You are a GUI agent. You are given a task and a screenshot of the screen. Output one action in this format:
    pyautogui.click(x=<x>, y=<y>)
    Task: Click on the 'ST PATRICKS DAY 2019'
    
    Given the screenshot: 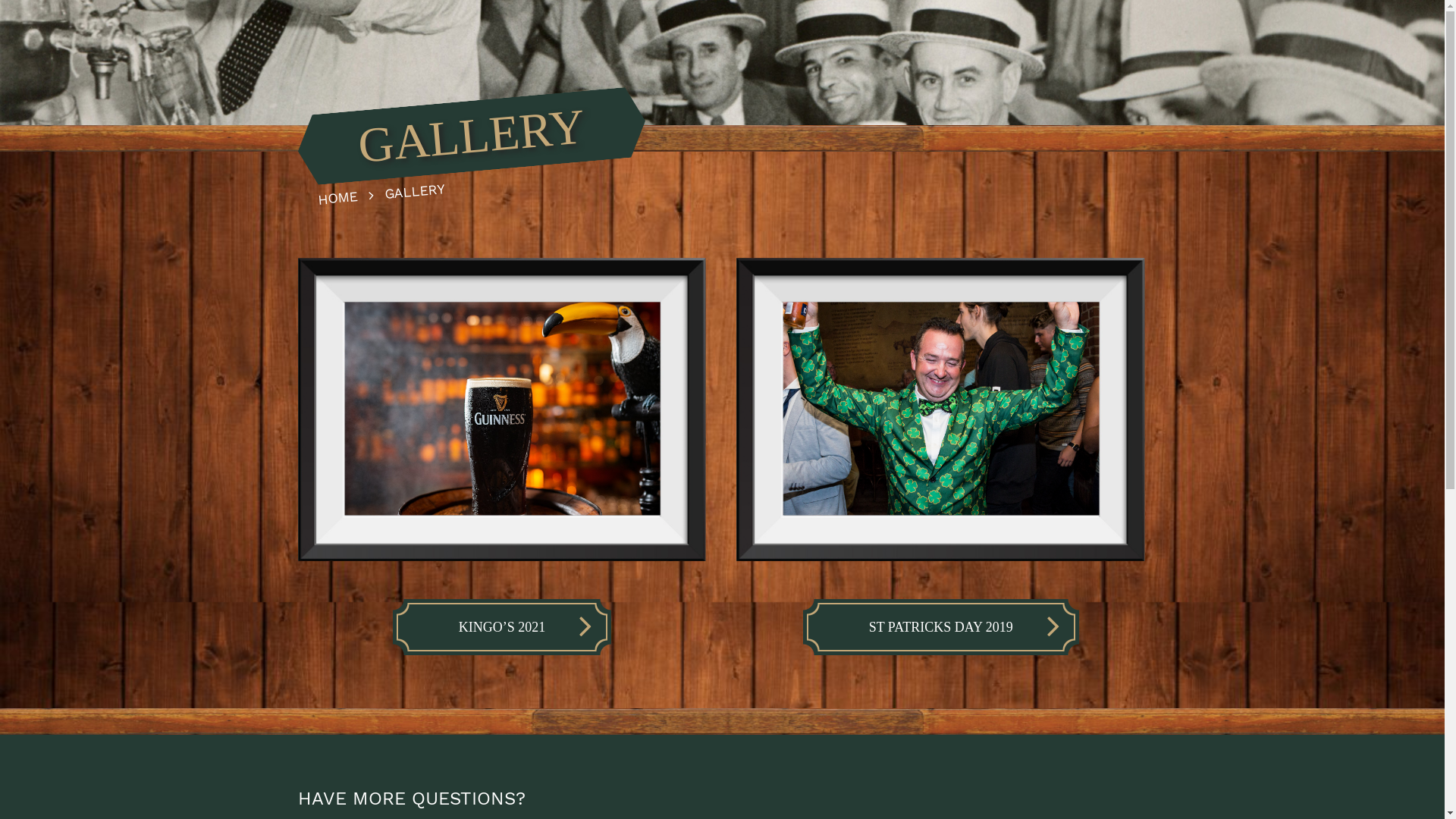 What is the action you would take?
    pyautogui.click(x=807, y=626)
    